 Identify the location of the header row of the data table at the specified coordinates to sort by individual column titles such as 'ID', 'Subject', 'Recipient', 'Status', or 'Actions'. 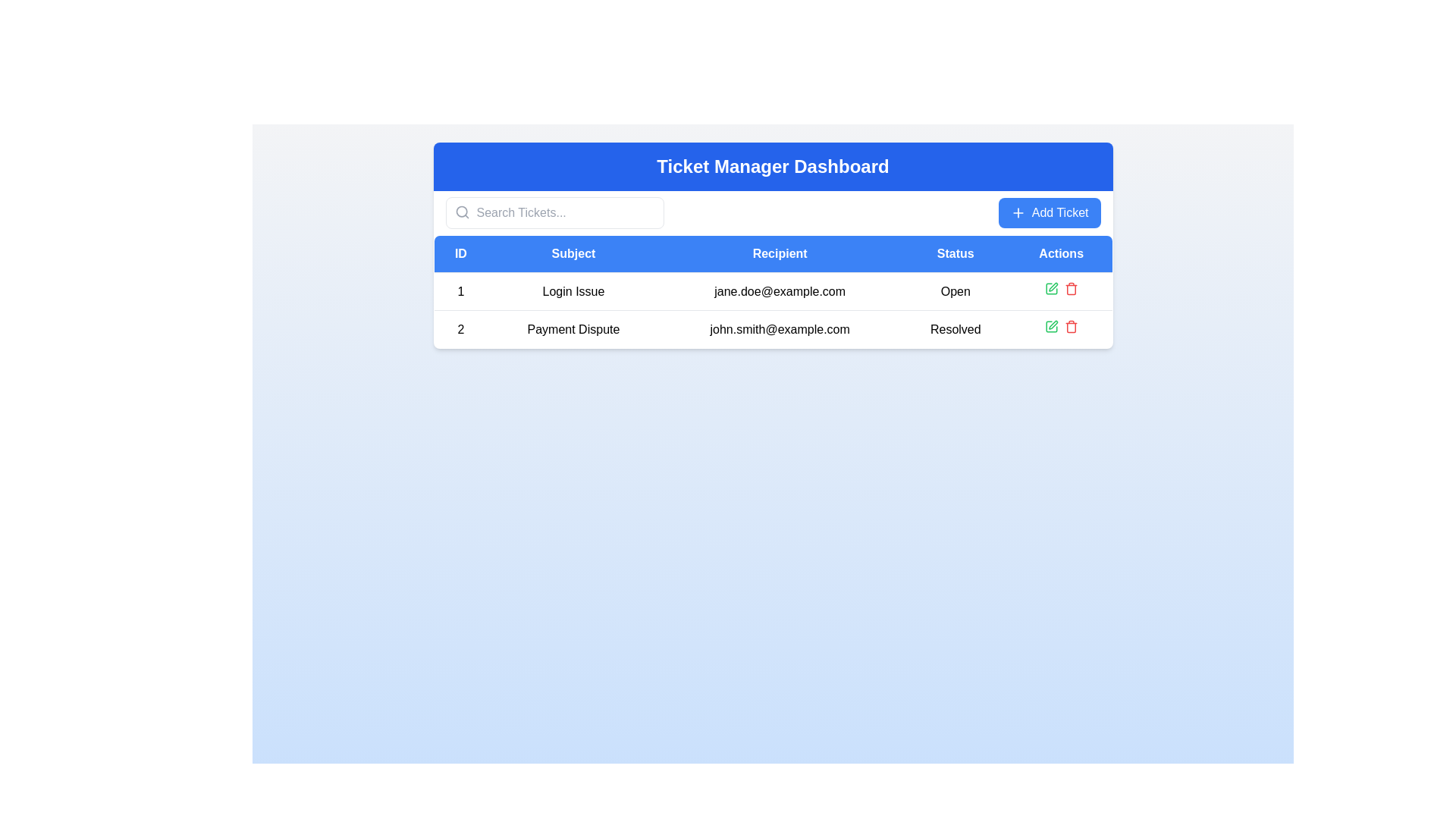
(773, 253).